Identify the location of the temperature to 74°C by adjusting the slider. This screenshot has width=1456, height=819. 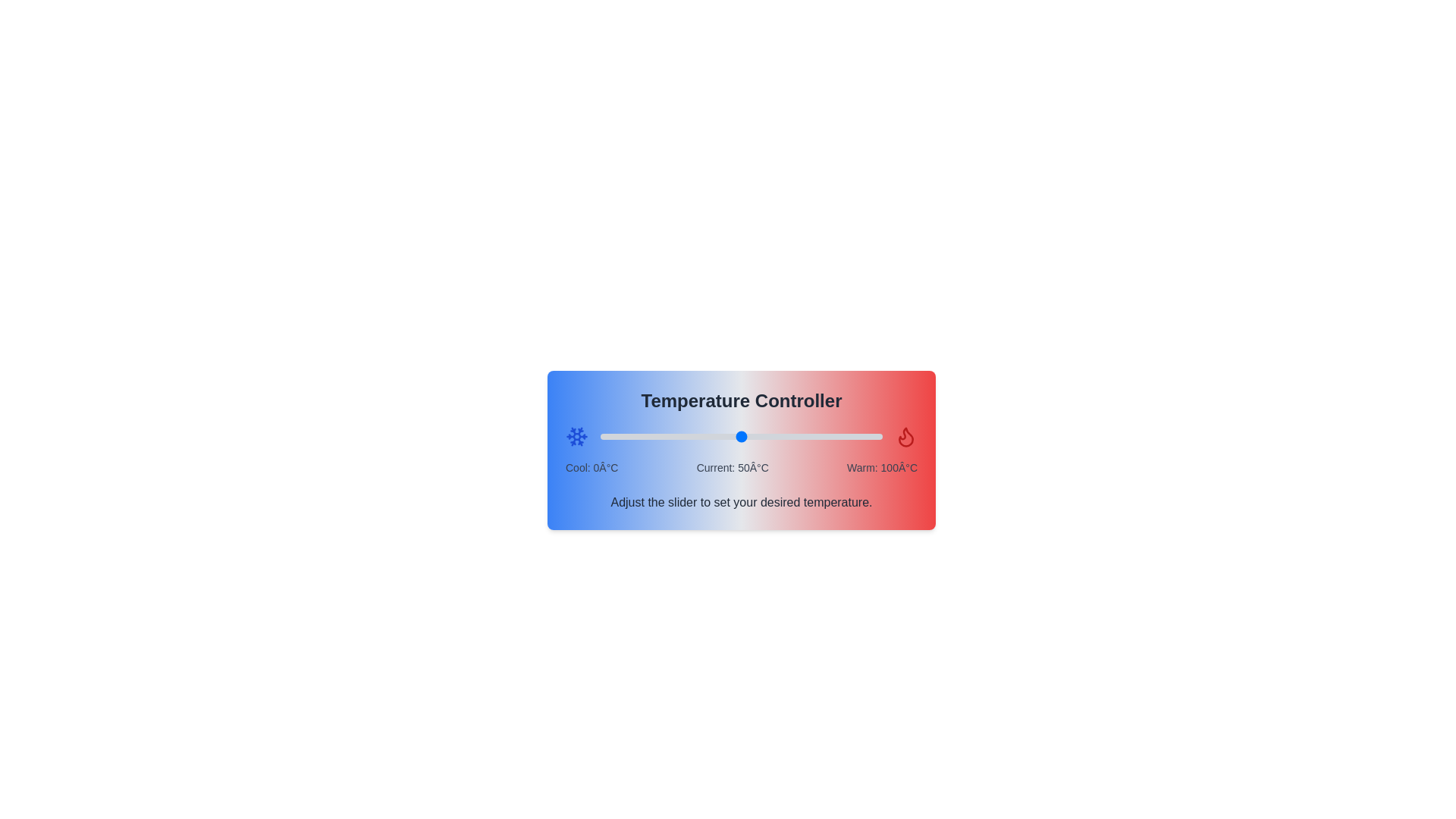
(808, 436).